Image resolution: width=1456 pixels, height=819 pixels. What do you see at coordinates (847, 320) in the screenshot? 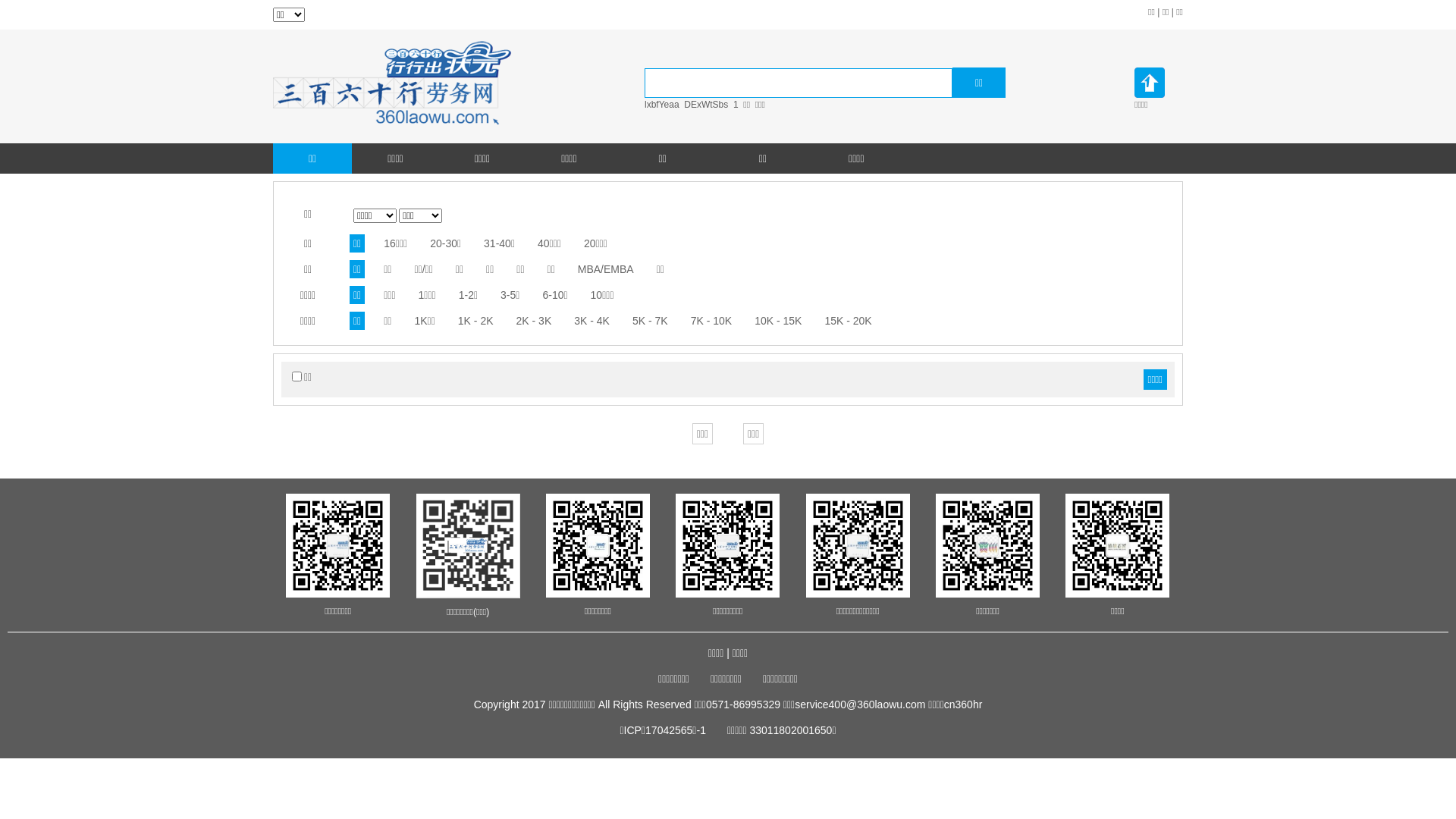
I see `'15K - 20K'` at bounding box center [847, 320].